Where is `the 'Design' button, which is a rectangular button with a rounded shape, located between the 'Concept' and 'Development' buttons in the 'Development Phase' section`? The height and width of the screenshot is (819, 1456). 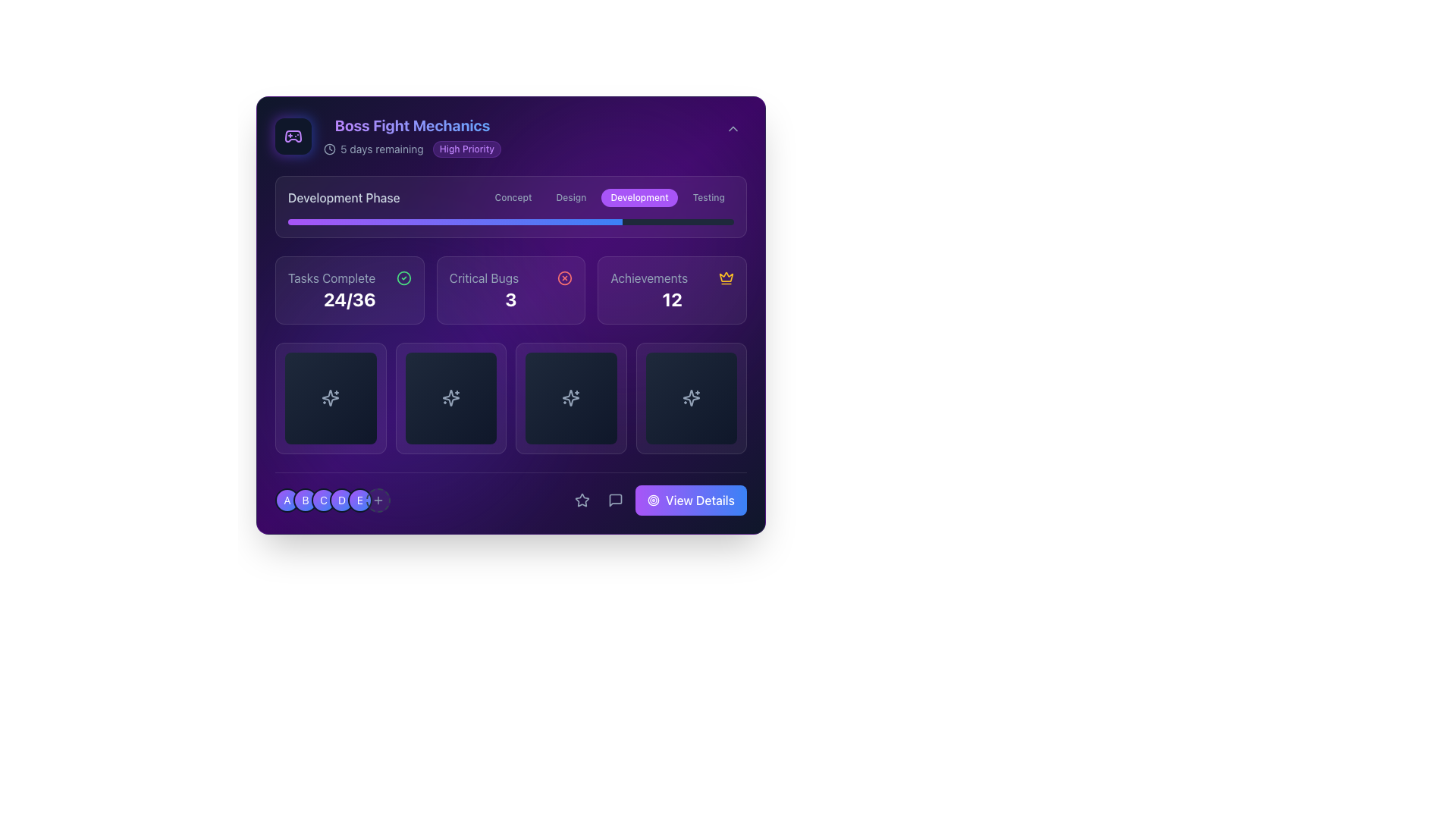 the 'Design' button, which is a rectangular button with a rounded shape, located between the 'Concept' and 'Development' buttons in the 'Development Phase' section is located at coordinates (570, 197).